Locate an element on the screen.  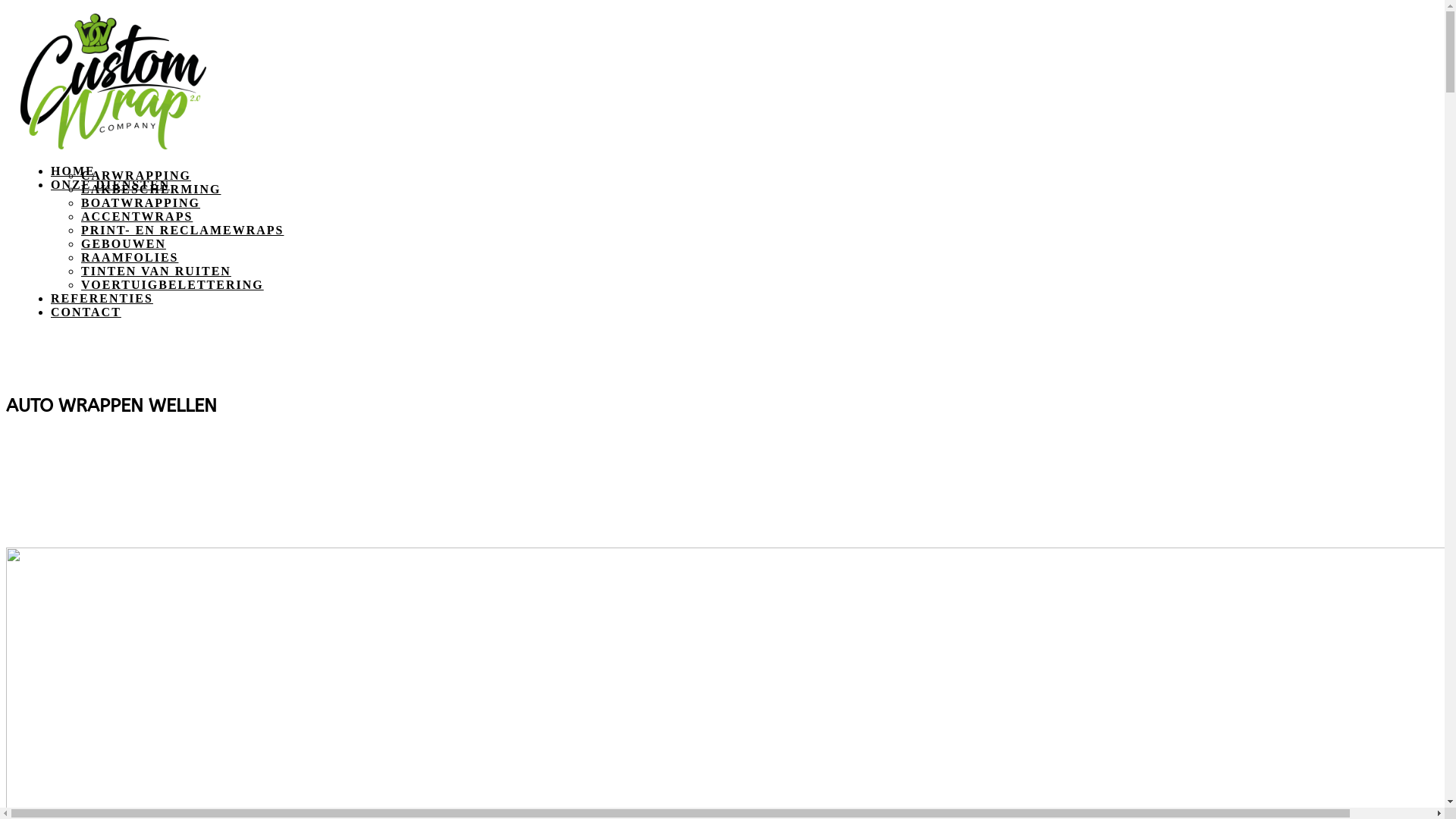
'CARWRAPPING' is located at coordinates (136, 174).